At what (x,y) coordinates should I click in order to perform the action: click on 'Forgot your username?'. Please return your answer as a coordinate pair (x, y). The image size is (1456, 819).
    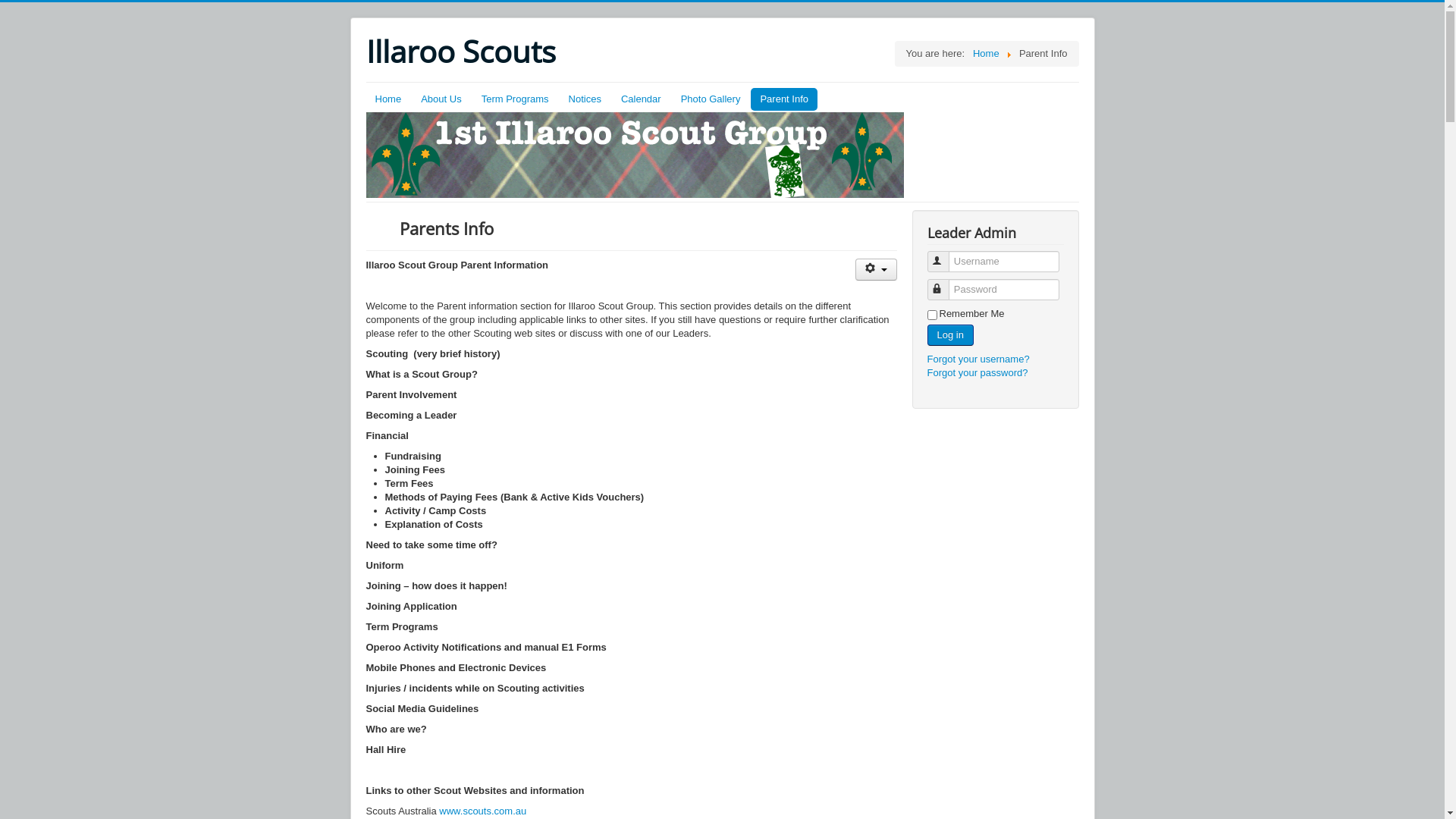
    Looking at the image, I should click on (977, 359).